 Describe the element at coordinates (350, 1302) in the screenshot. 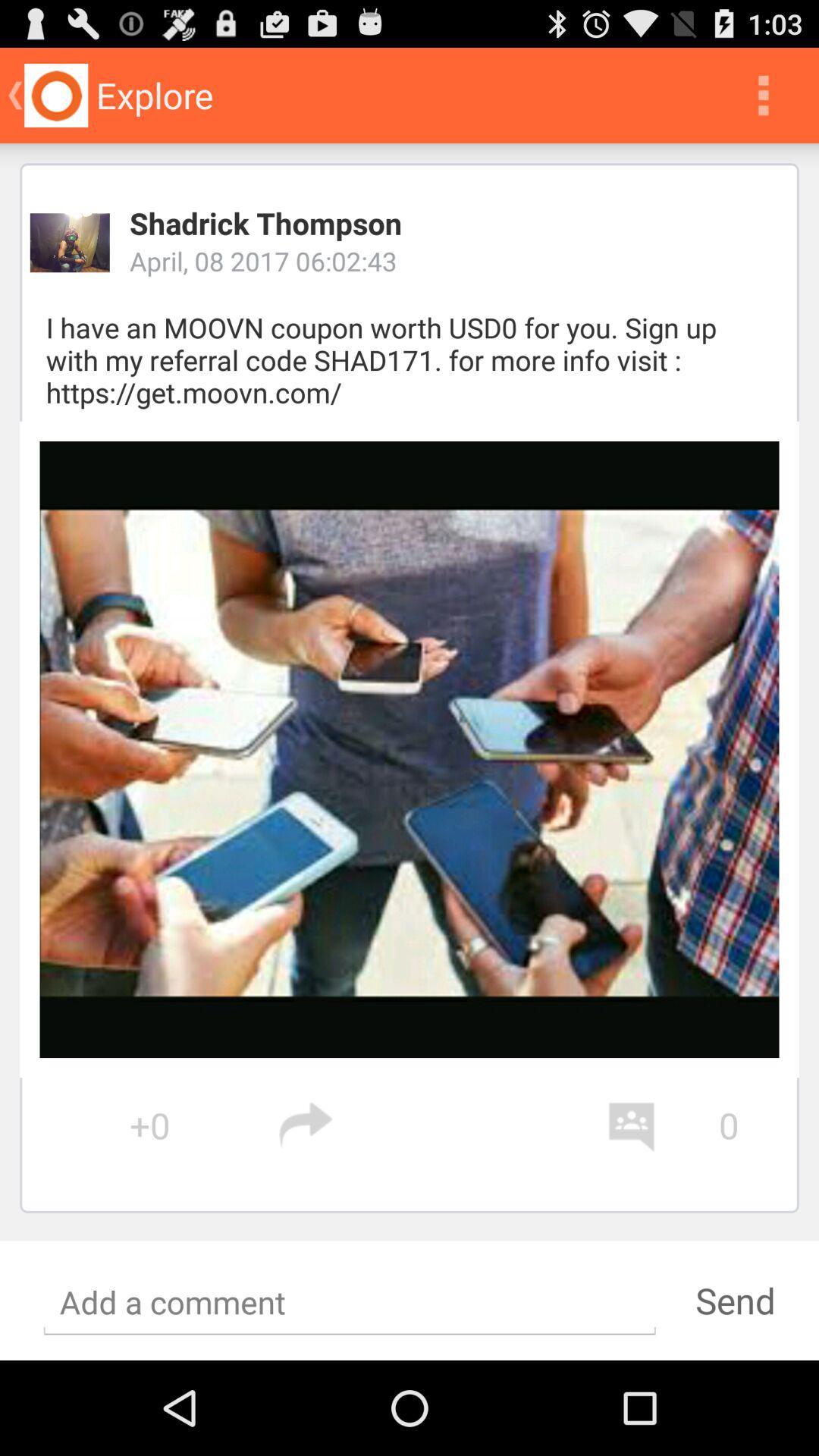

I see `the field add a comment` at that location.